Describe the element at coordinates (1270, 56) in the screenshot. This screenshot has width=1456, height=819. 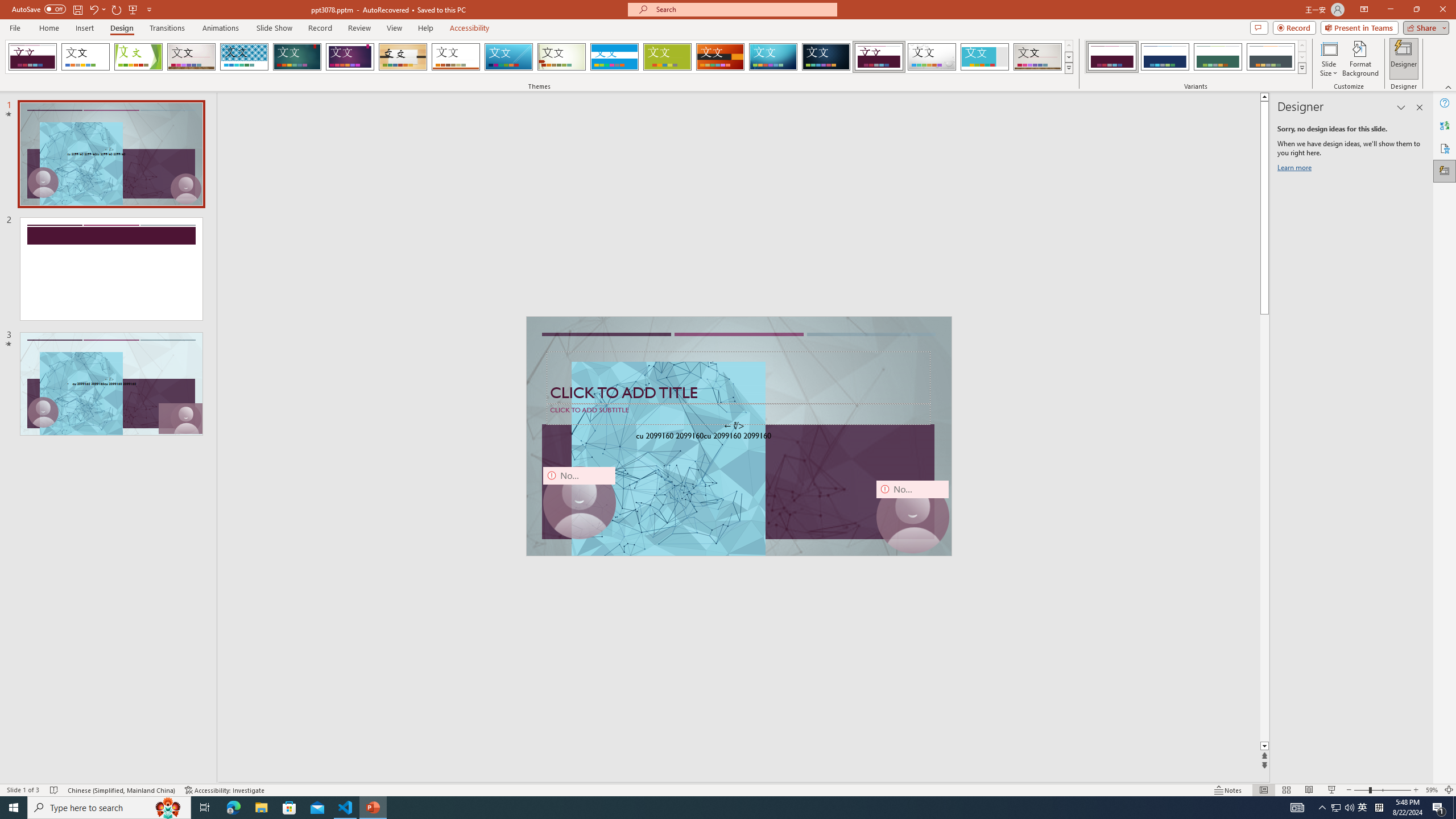
I see `'Dividend Variant 4'` at that location.